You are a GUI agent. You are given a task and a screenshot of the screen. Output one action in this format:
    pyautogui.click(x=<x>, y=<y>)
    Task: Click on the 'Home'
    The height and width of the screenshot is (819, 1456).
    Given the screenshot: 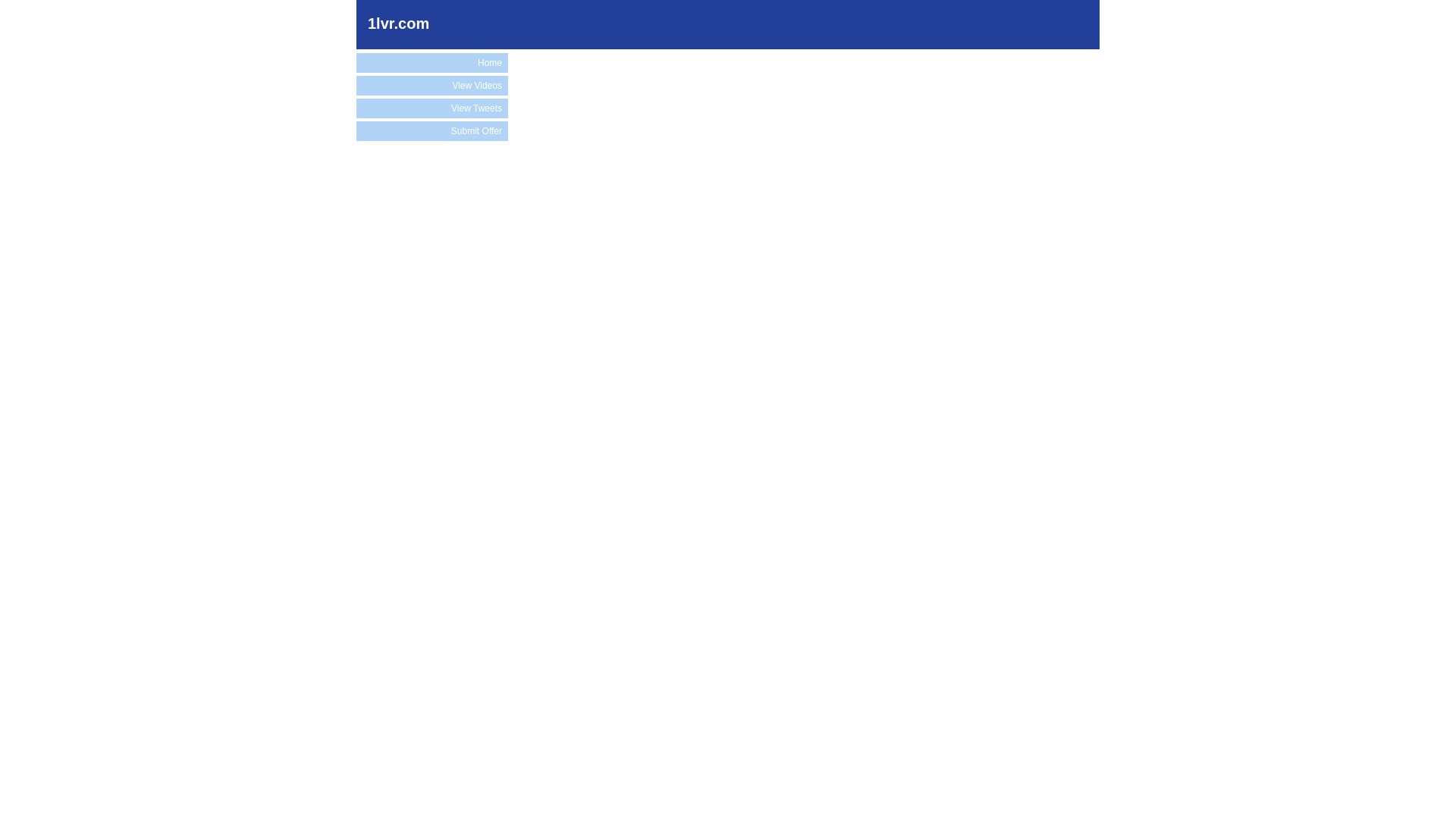 What is the action you would take?
    pyautogui.click(x=431, y=62)
    